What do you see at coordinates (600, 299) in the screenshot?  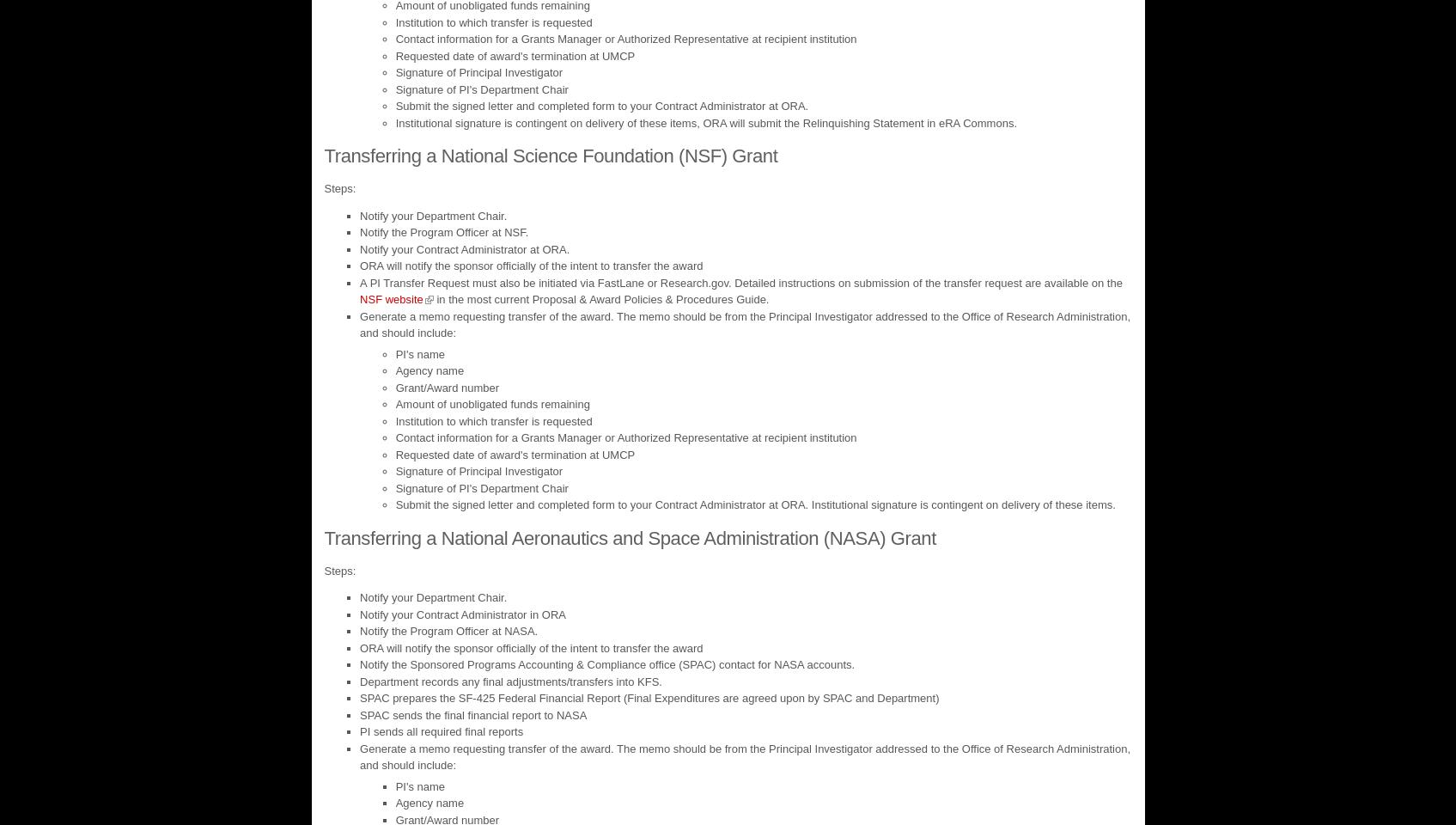 I see `'in the most current Proposal & Award Policies & Procedures Guide.'` at bounding box center [600, 299].